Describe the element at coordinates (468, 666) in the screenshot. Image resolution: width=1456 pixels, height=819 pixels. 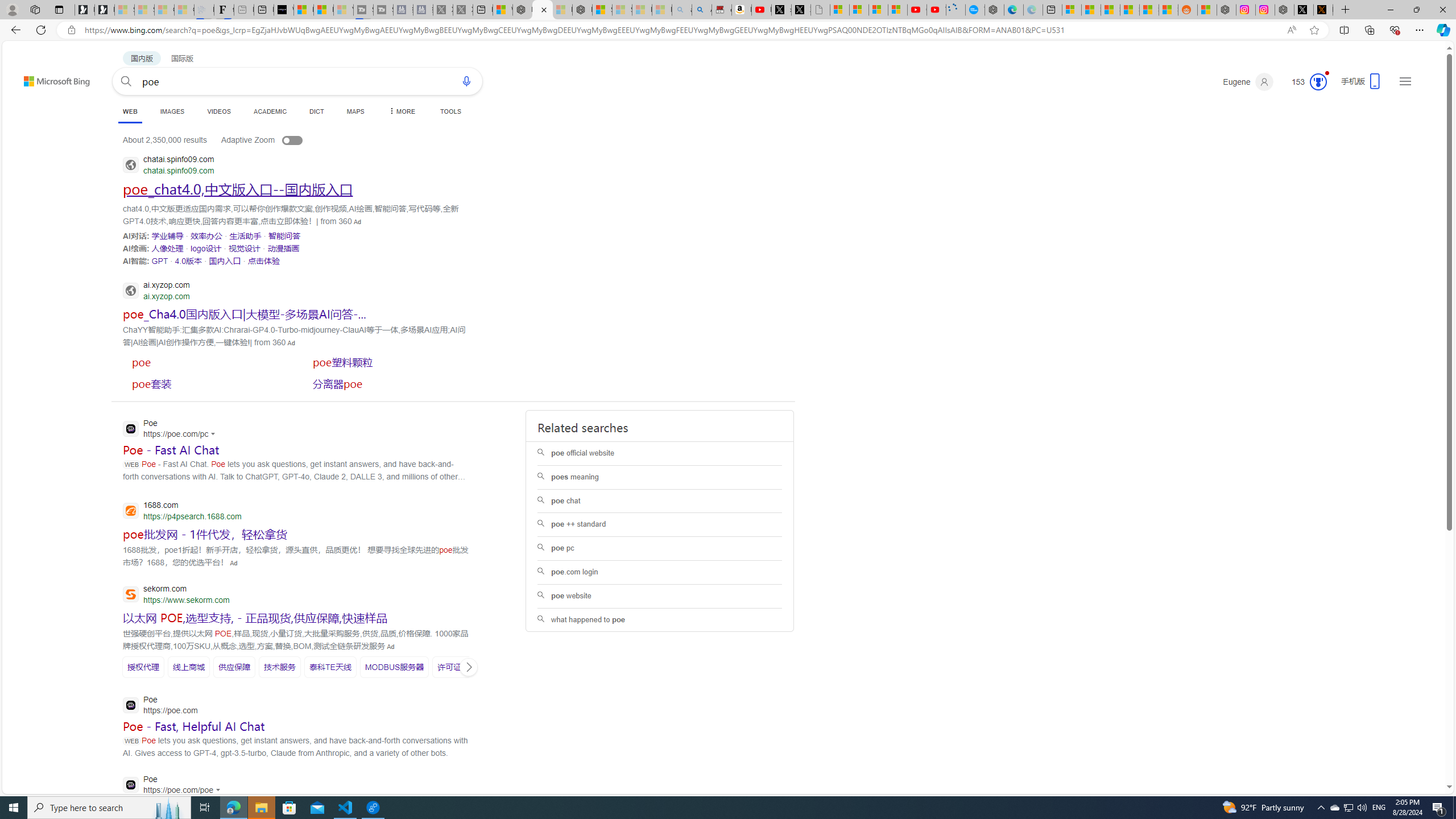
I see `'Click to scroll right'` at that location.